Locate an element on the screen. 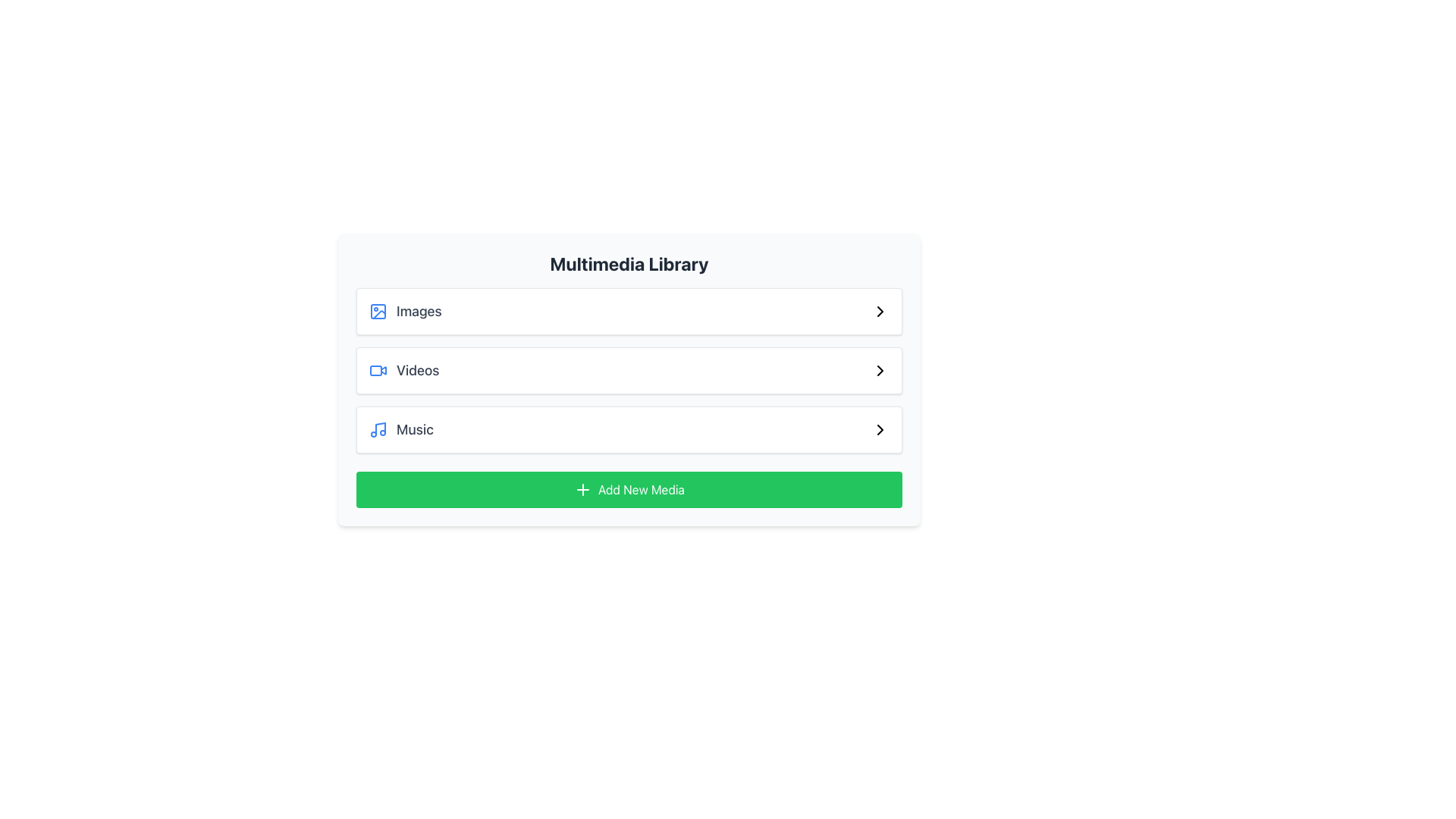  the plus sign icon with a green background located to the left of the 'Add New Media' text is located at coordinates (582, 489).